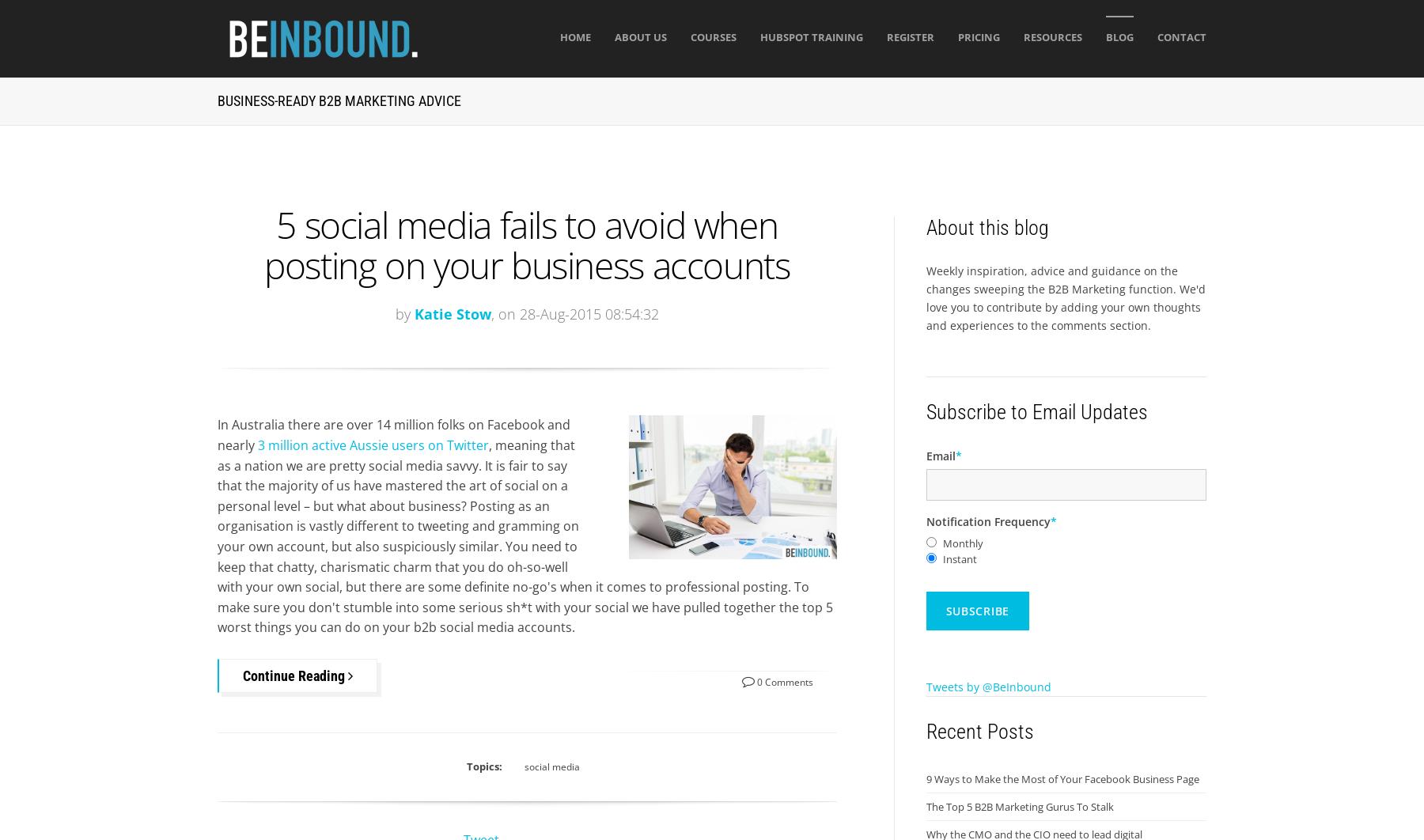 This screenshot has width=1424, height=840. What do you see at coordinates (1118, 37) in the screenshot?
I see `'Blog'` at bounding box center [1118, 37].